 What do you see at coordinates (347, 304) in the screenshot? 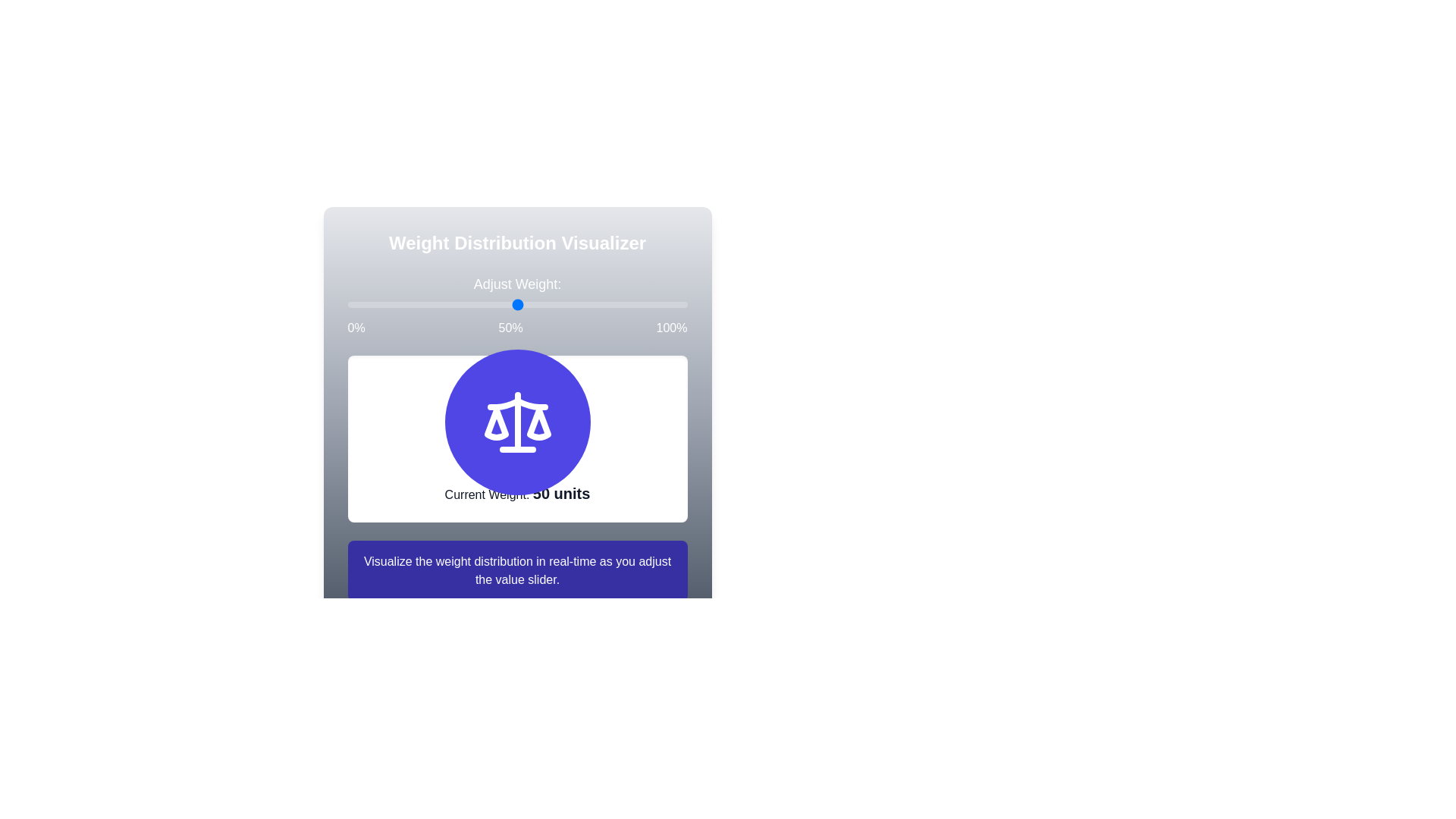
I see `the weight slider to set the weight to 4%` at bounding box center [347, 304].